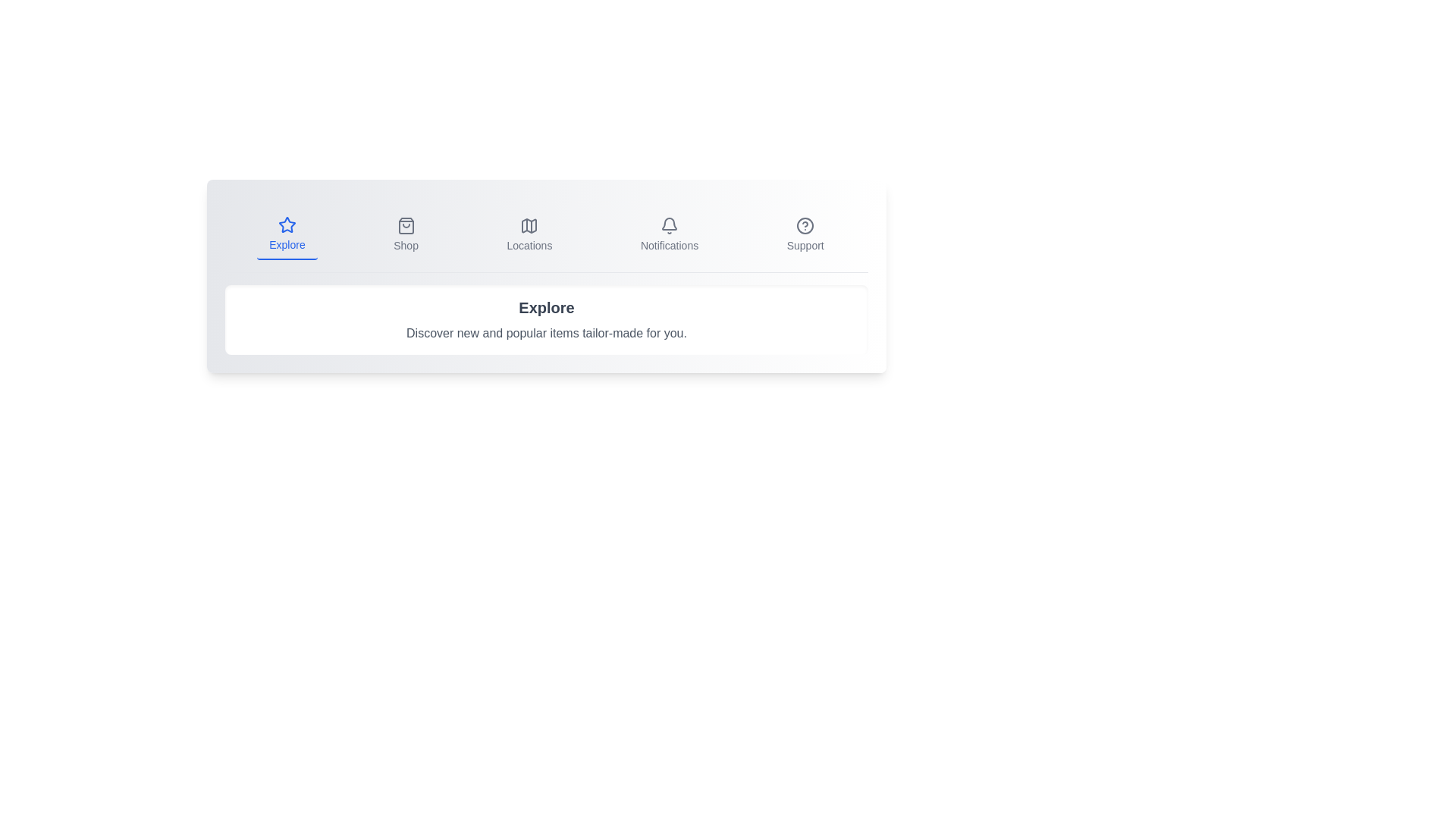 Image resolution: width=1456 pixels, height=819 pixels. I want to click on the bold, large-sized text labeled 'Explore' in dark gray to potentially reveal additional information, so click(546, 307).